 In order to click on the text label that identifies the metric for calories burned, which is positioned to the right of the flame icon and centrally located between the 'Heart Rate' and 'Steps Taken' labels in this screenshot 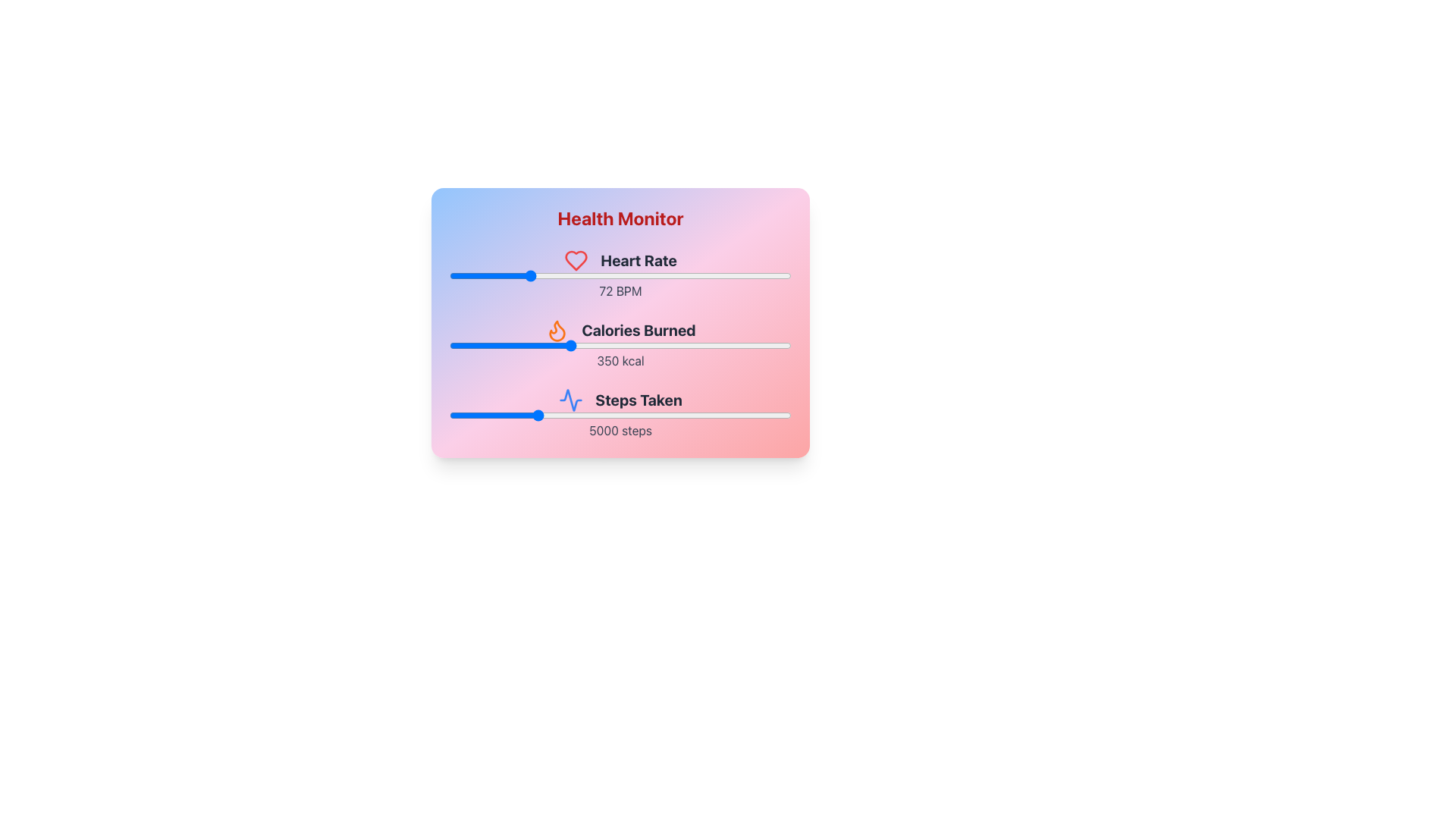, I will do `click(639, 329)`.